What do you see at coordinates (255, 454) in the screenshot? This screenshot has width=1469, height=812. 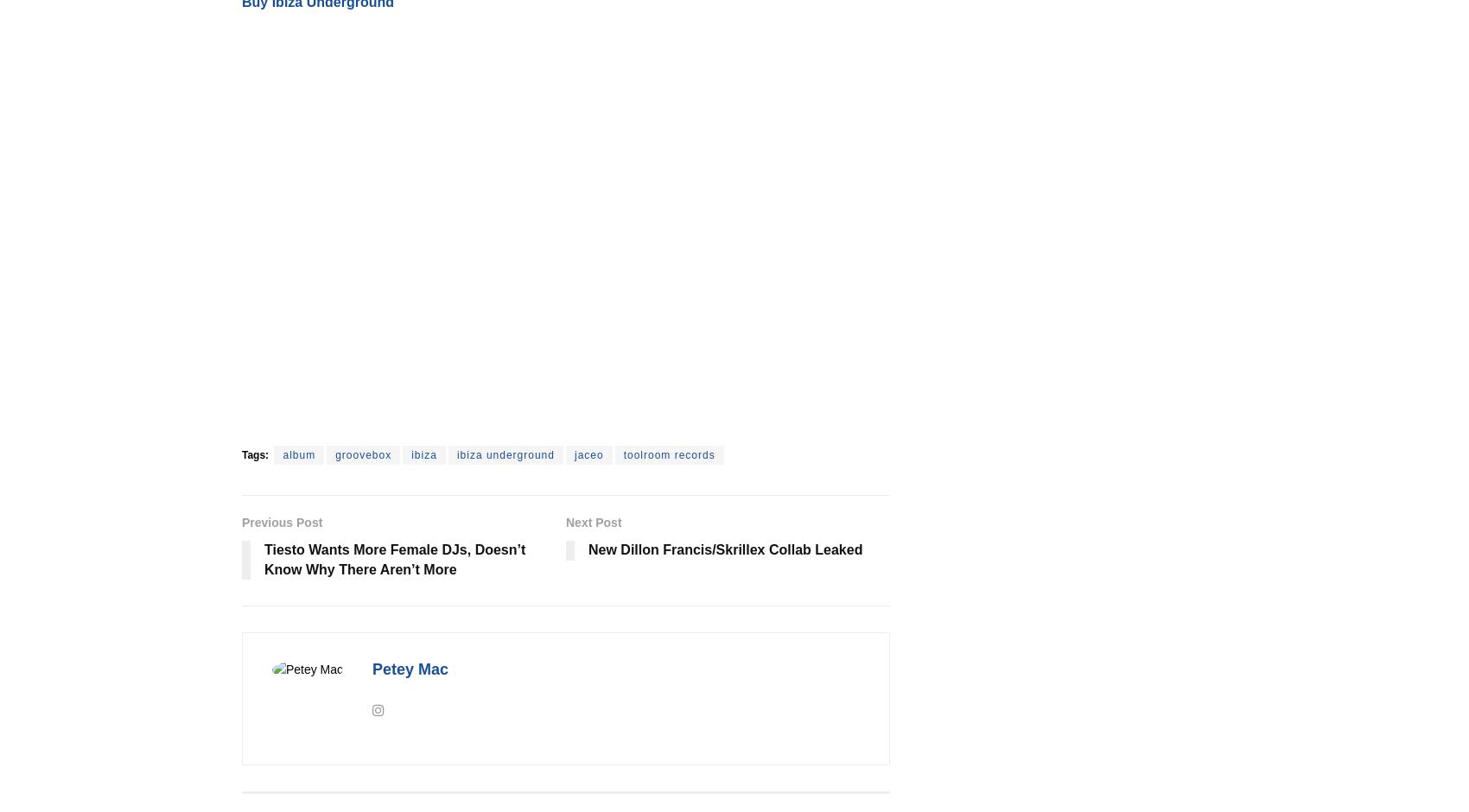 I see `'Tags:'` at bounding box center [255, 454].